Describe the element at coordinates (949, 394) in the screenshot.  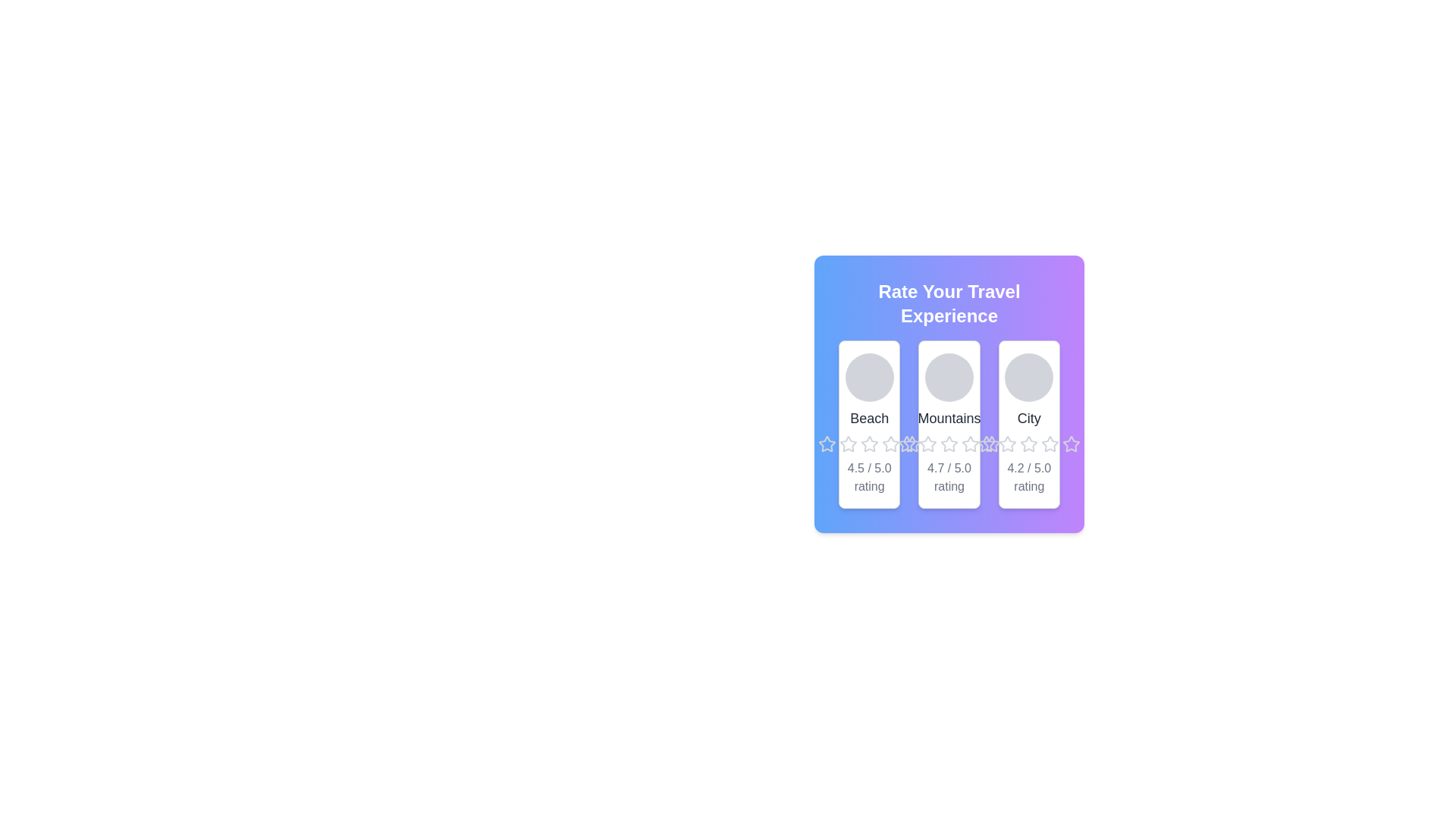
I see `the card component displaying the travel destination 'Mountains' with a rating of '4.7 / 5.0'` at that location.